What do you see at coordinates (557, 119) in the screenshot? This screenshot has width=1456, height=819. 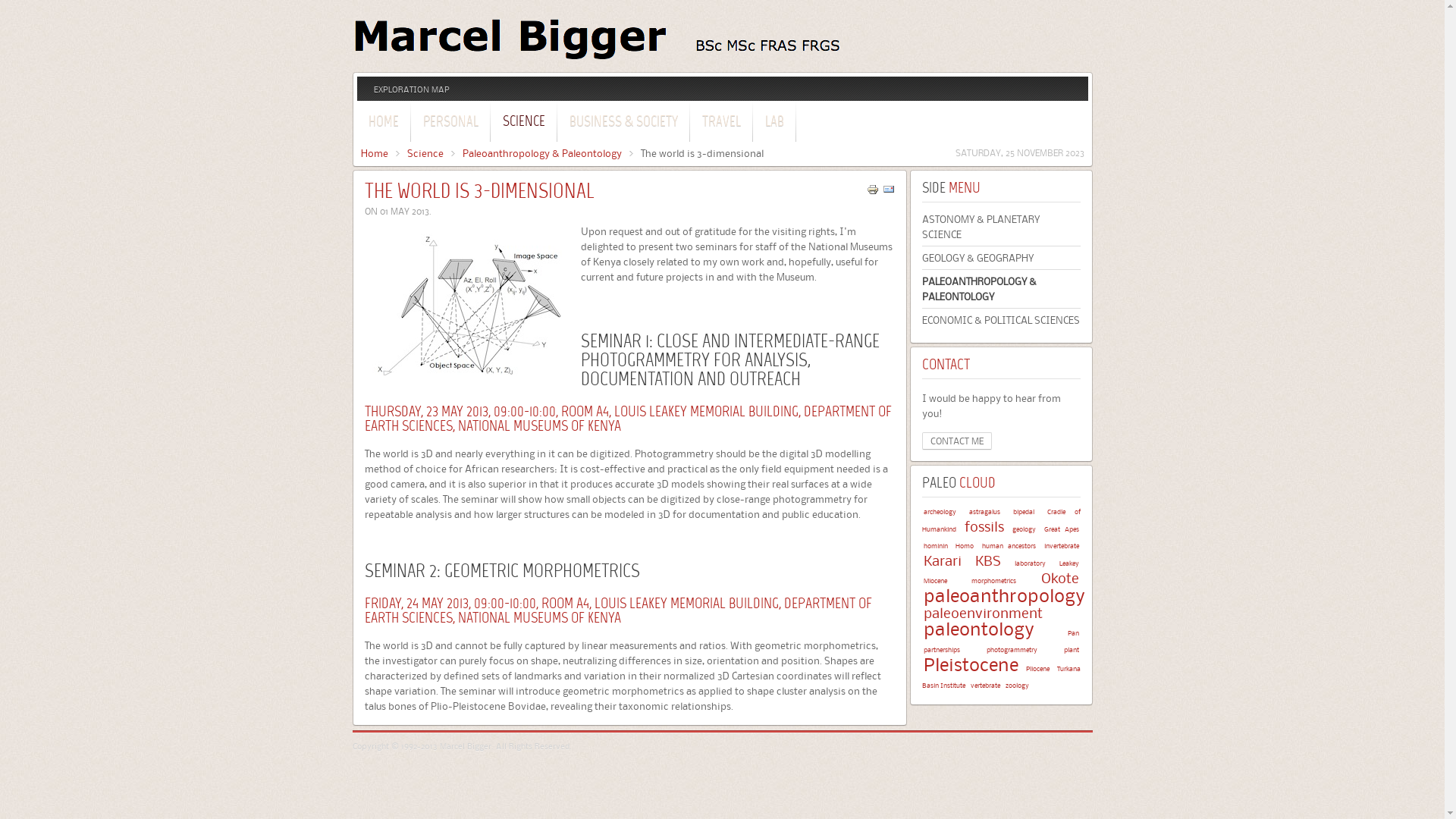 I see `'BUSINESS & SOCIETY'` at bounding box center [557, 119].